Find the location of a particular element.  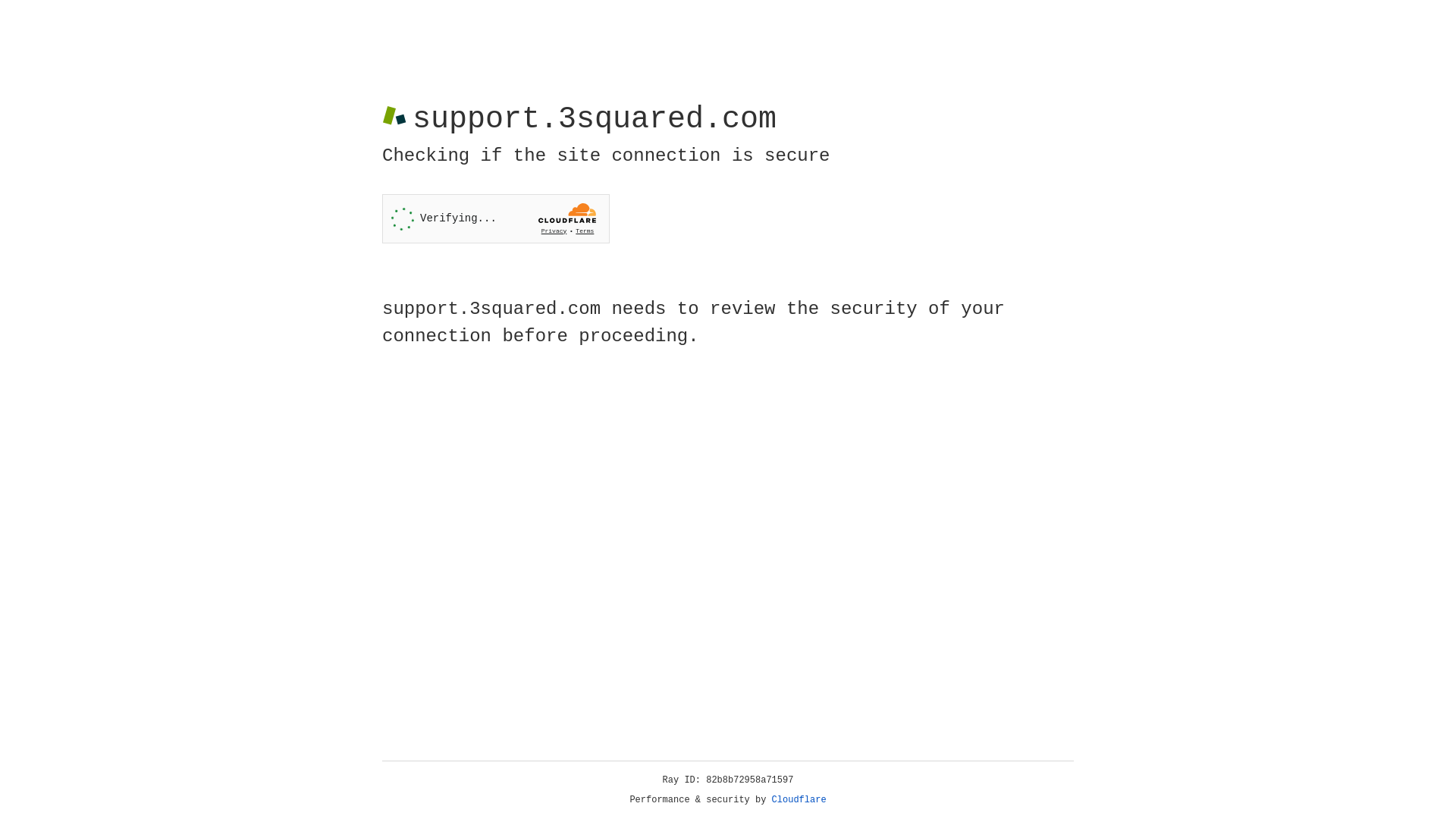

'Cloudflare' is located at coordinates (799, 799).